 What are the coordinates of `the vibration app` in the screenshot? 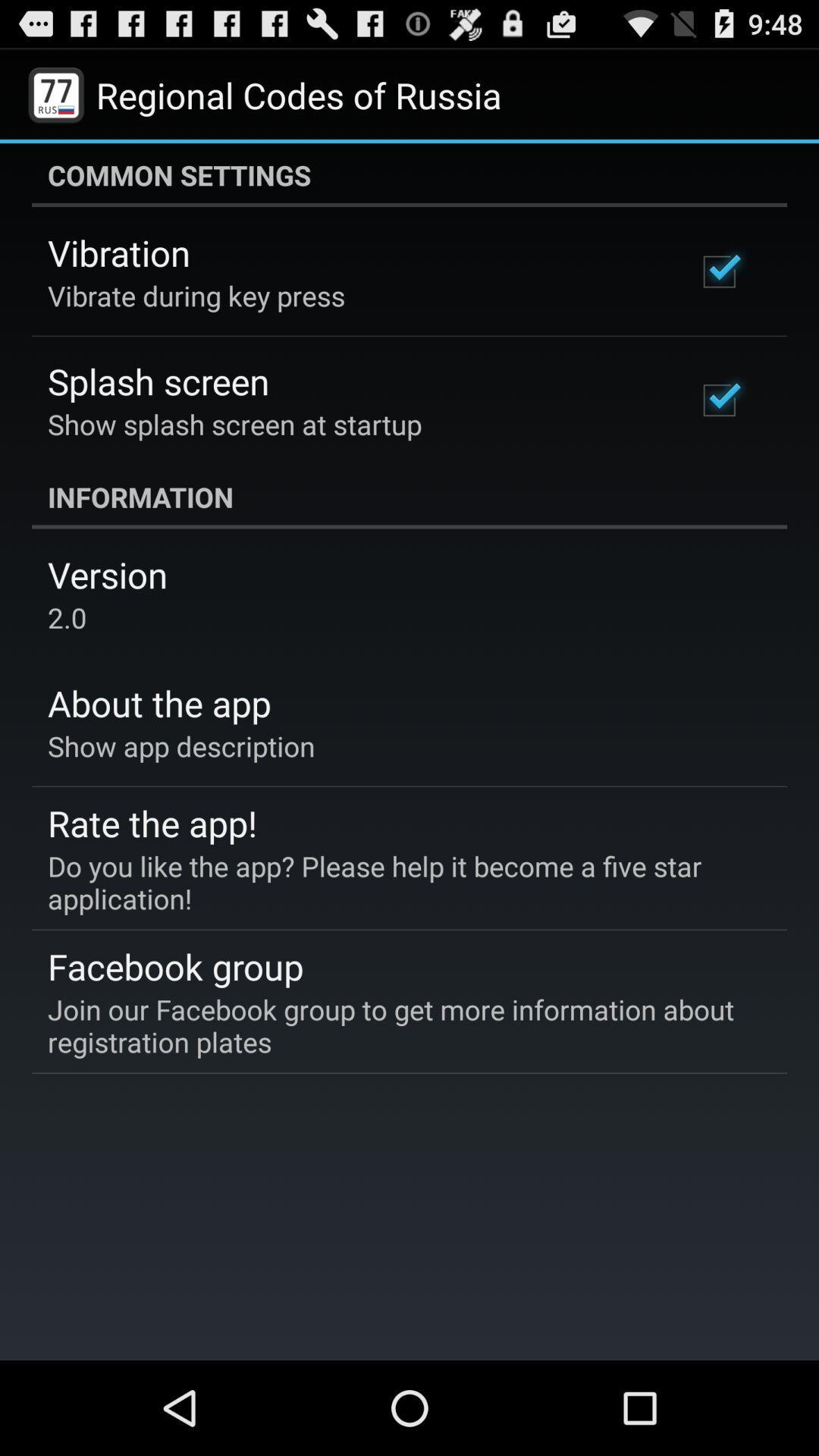 It's located at (118, 253).